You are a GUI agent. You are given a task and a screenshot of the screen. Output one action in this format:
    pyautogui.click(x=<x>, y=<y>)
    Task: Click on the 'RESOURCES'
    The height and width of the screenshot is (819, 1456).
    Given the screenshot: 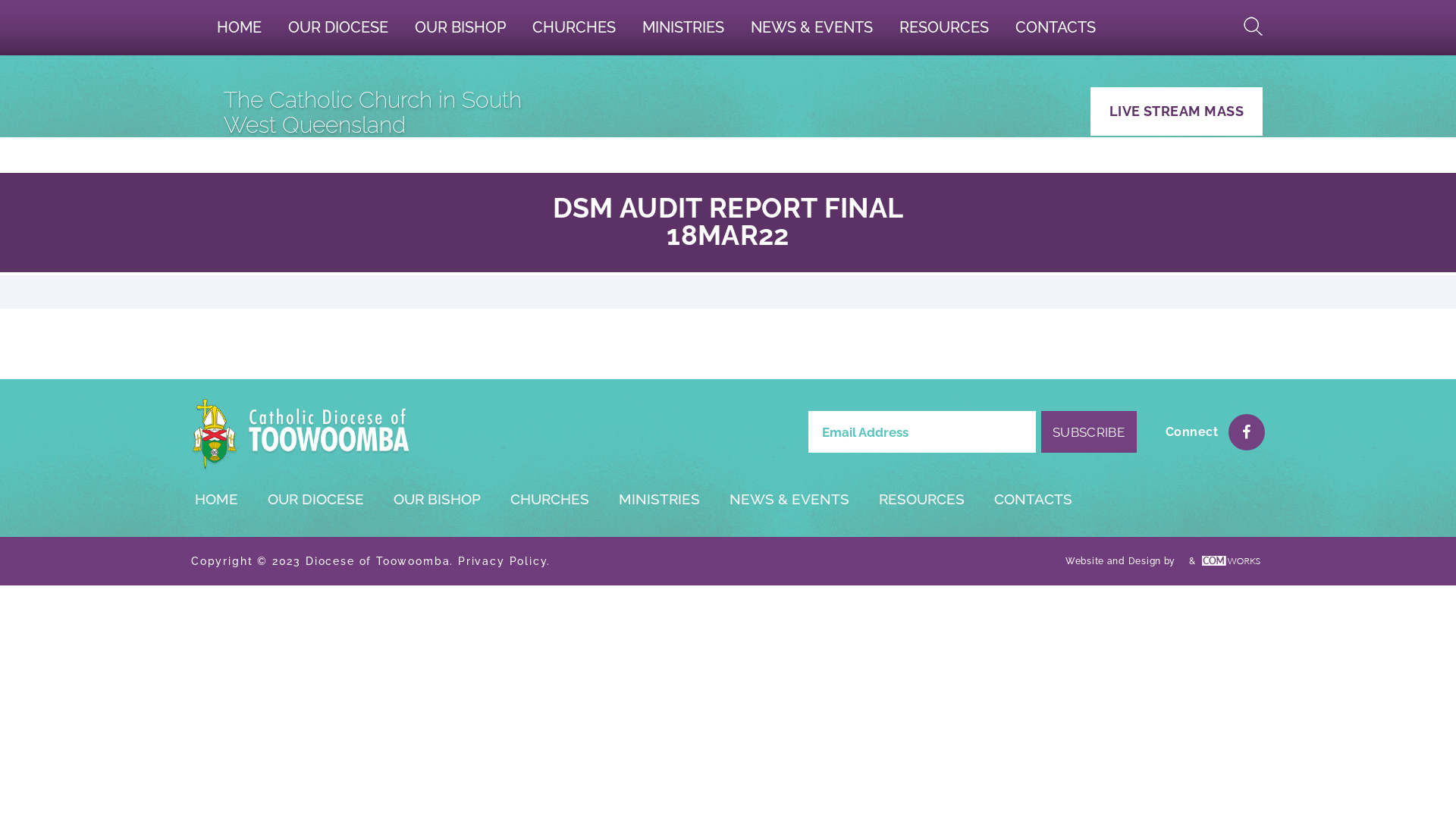 What is the action you would take?
    pyautogui.click(x=920, y=499)
    